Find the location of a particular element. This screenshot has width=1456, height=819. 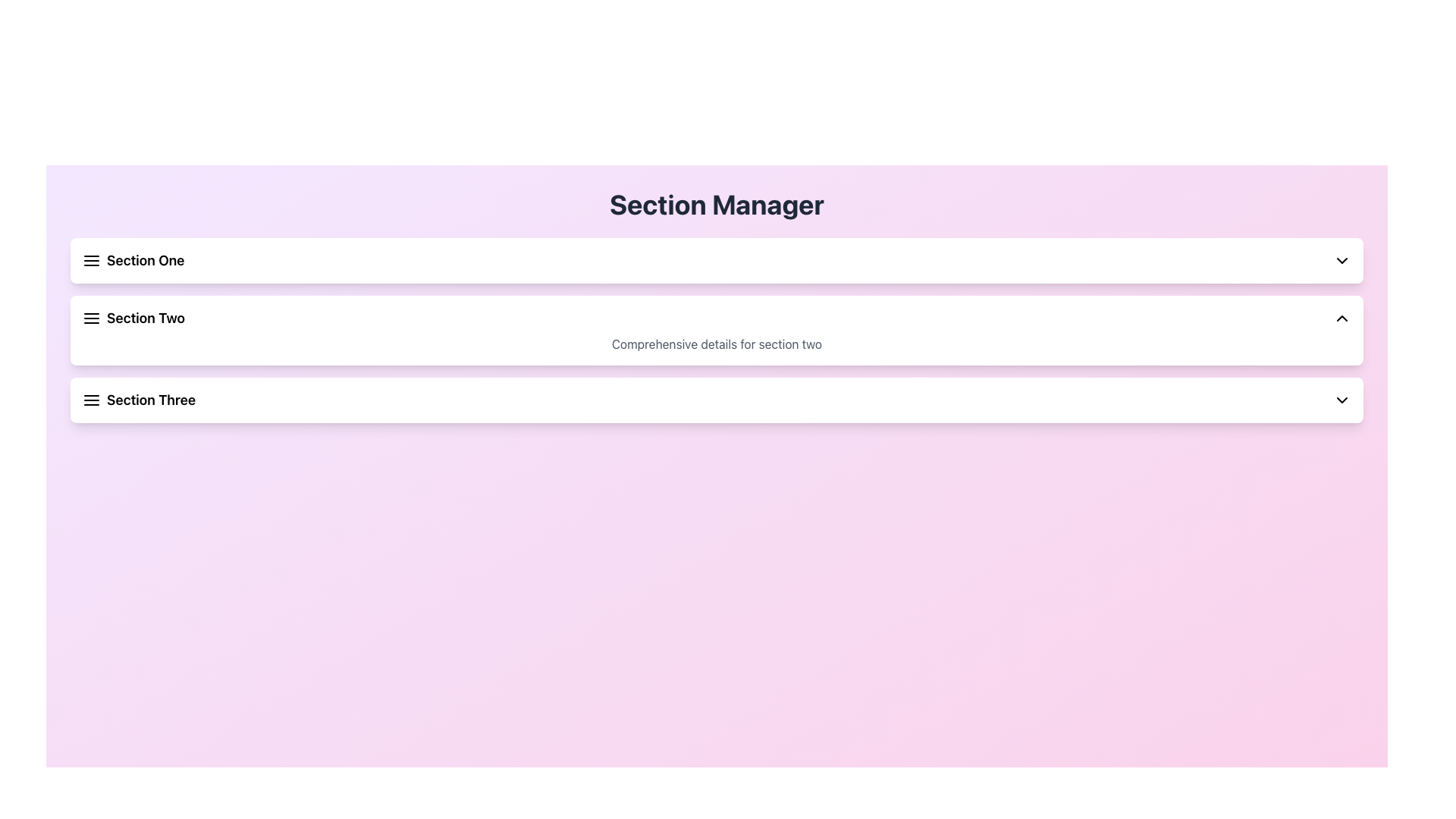

the 'Section Three' header element, which features bold text and an icon with horizontal lines is located at coordinates (139, 400).